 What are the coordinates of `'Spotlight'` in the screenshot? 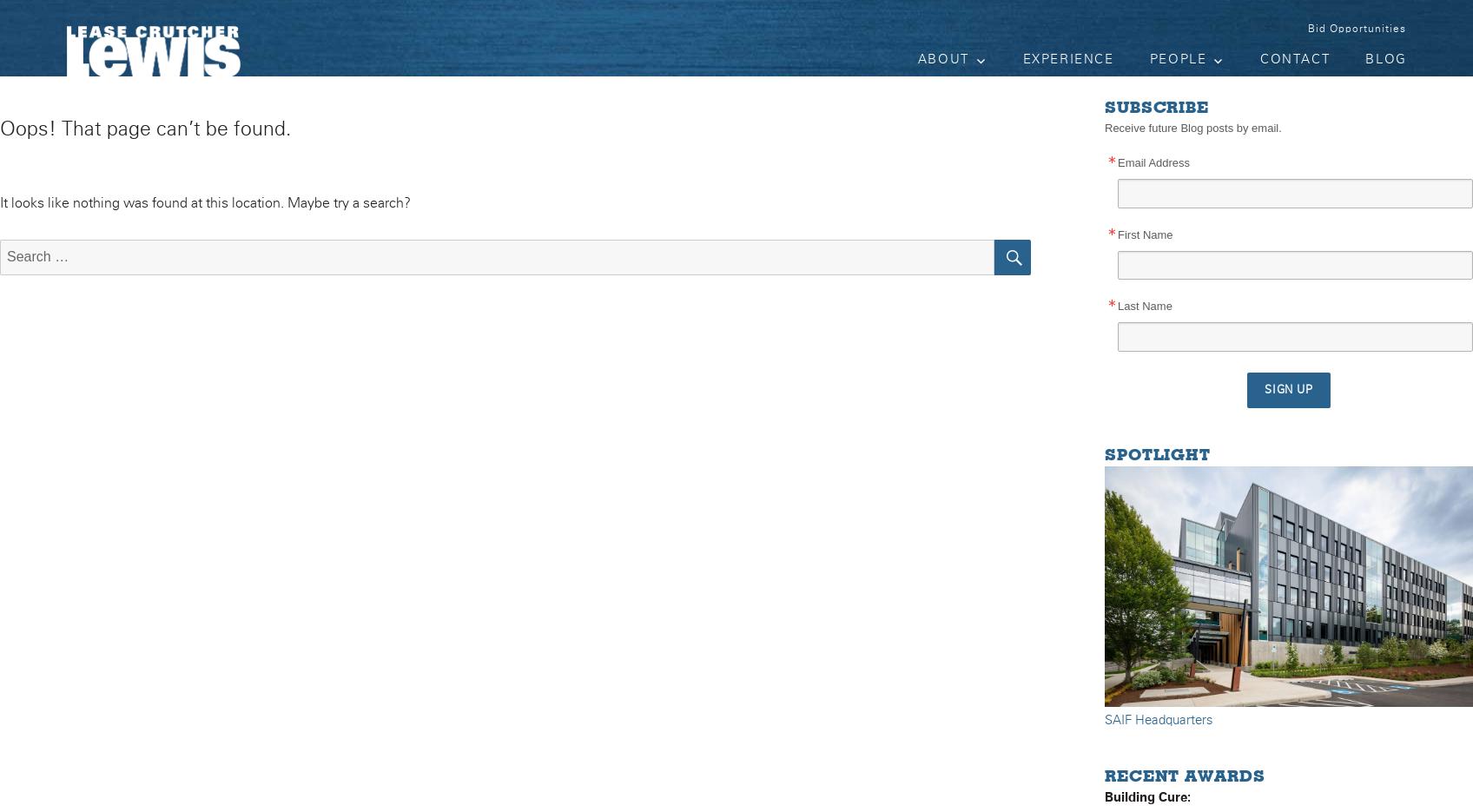 It's located at (1157, 453).